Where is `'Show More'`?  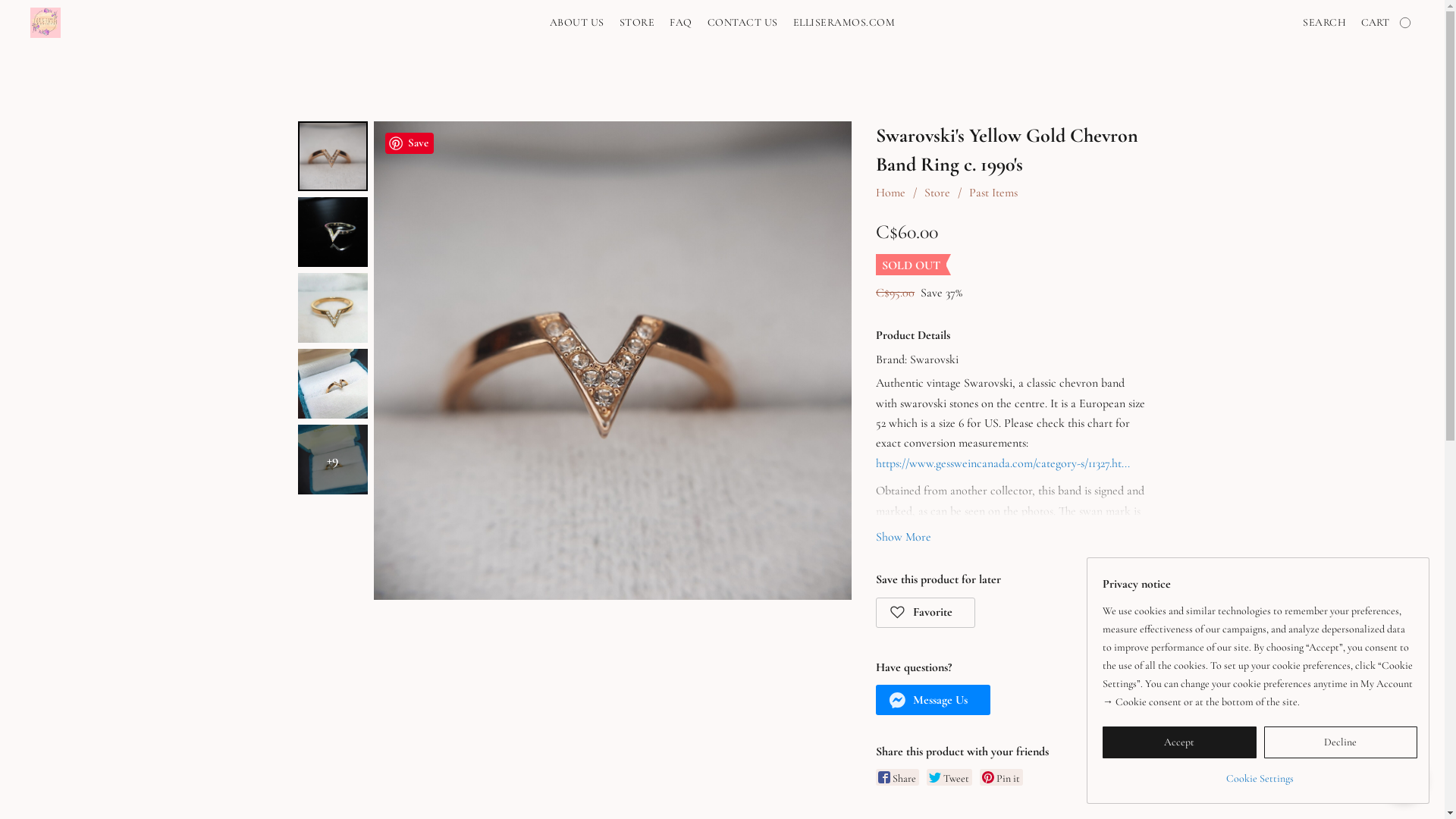
'Show More' is located at coordinates (903, 536).